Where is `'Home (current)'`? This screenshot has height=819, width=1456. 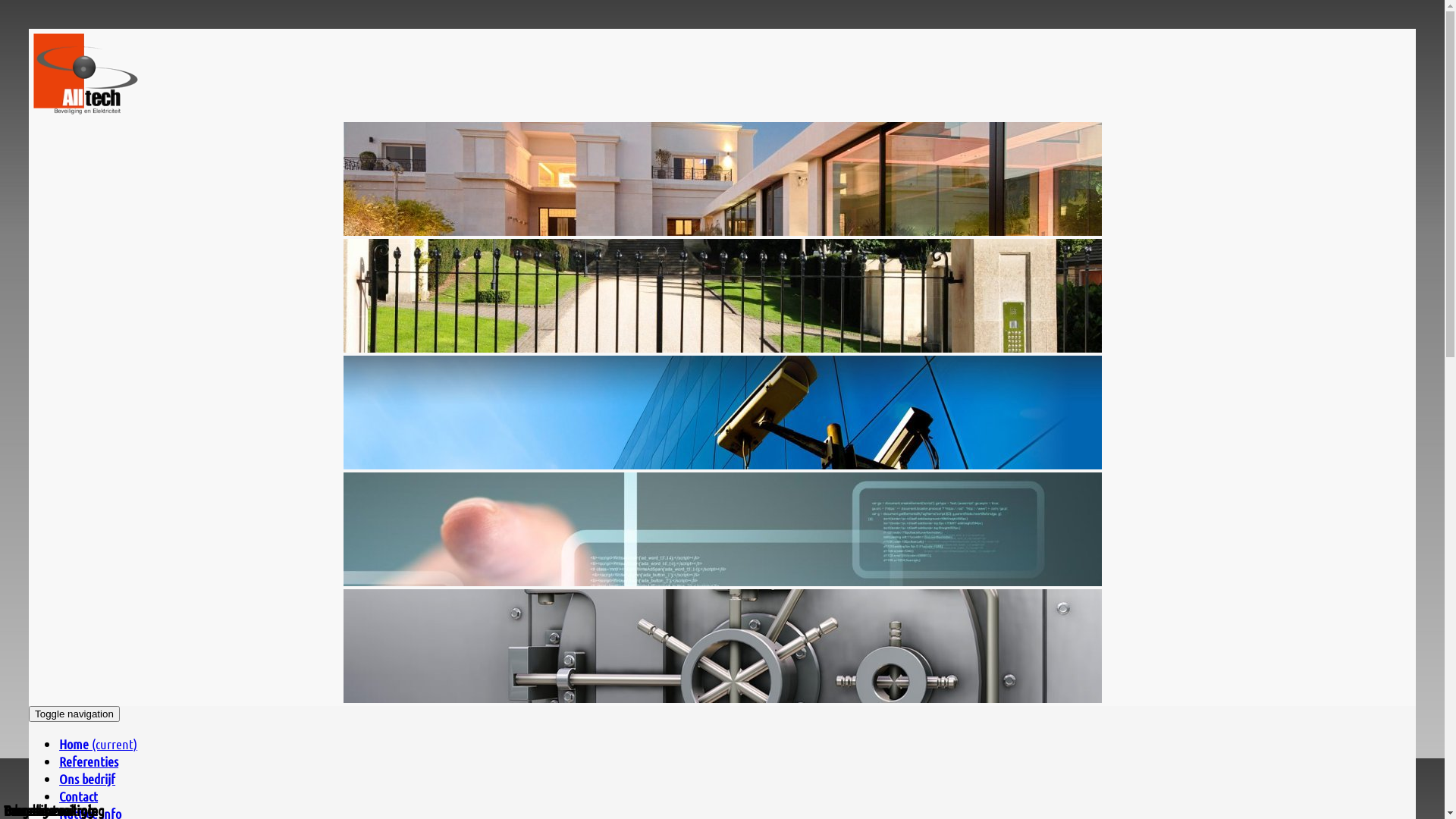
'Home (current)' is located at coordinates (58, 742).